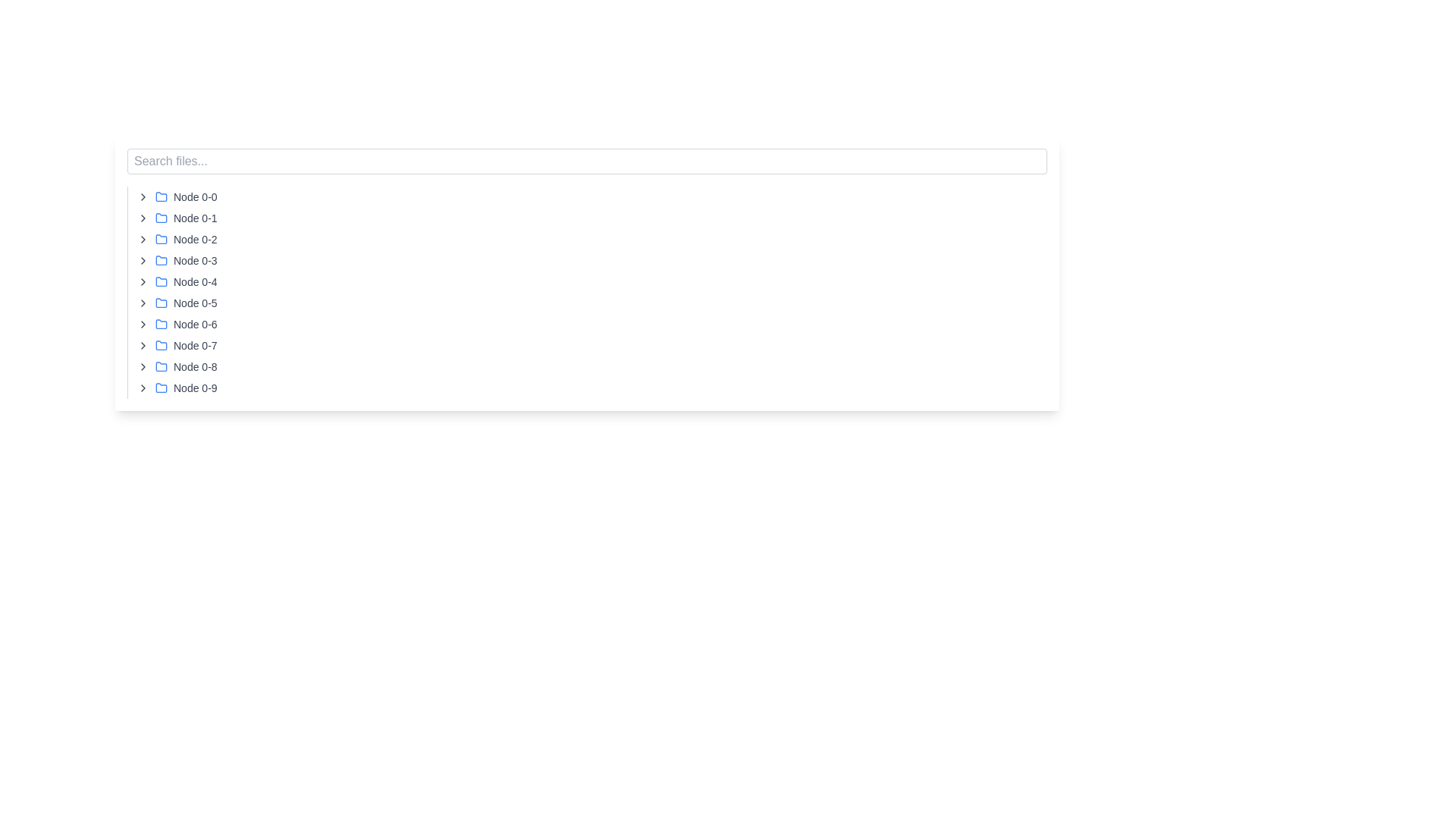 This screenshot has width=1456, height=819. Describe the element at coordinates (143, 281) in the screenshot. I see `the Chevron Icon located in the leftmost part of the row labeled 'Node 0-4'` at that location.